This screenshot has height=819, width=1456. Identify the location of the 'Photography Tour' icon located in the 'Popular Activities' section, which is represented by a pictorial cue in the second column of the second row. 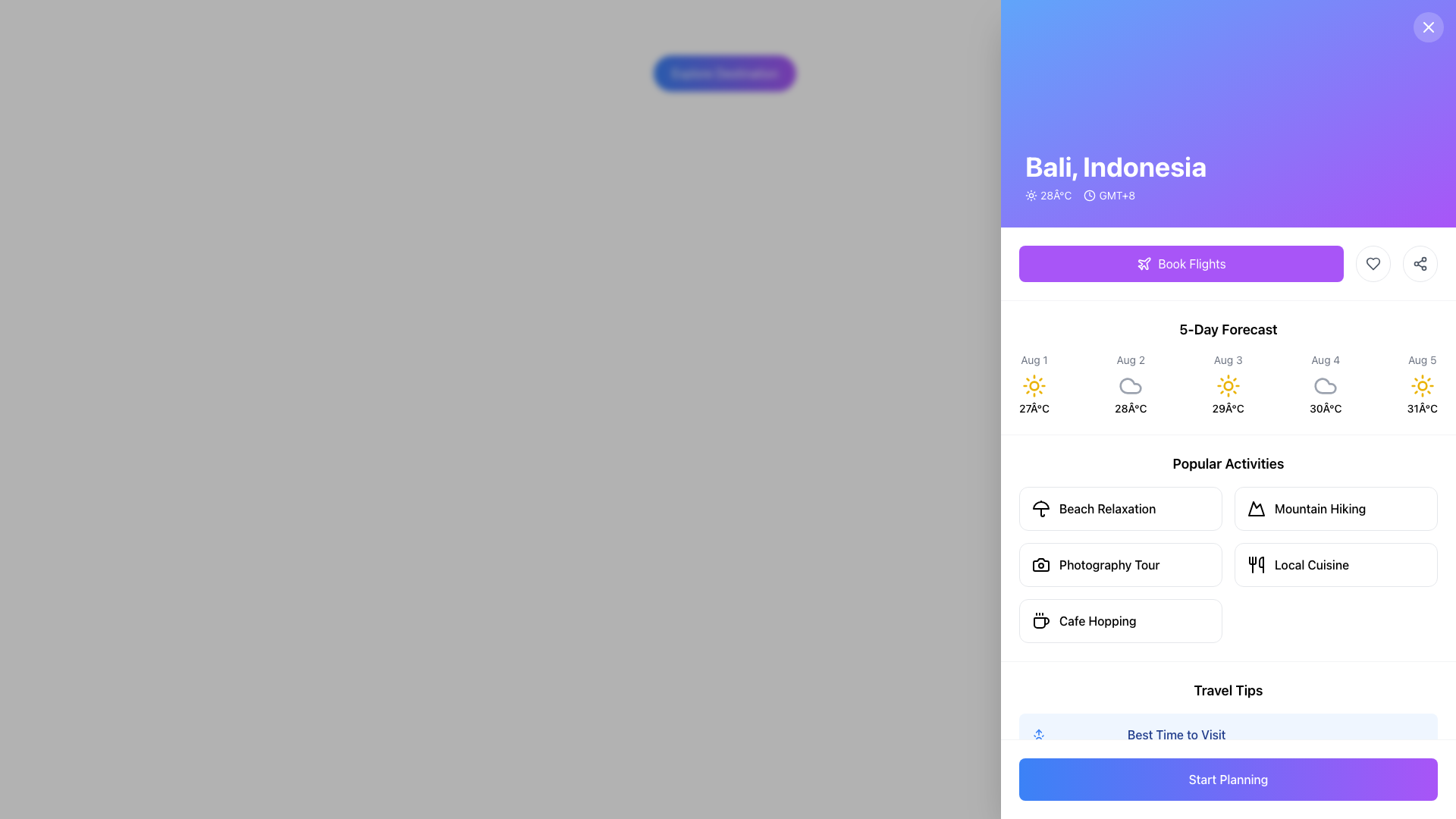
(1040, 564).